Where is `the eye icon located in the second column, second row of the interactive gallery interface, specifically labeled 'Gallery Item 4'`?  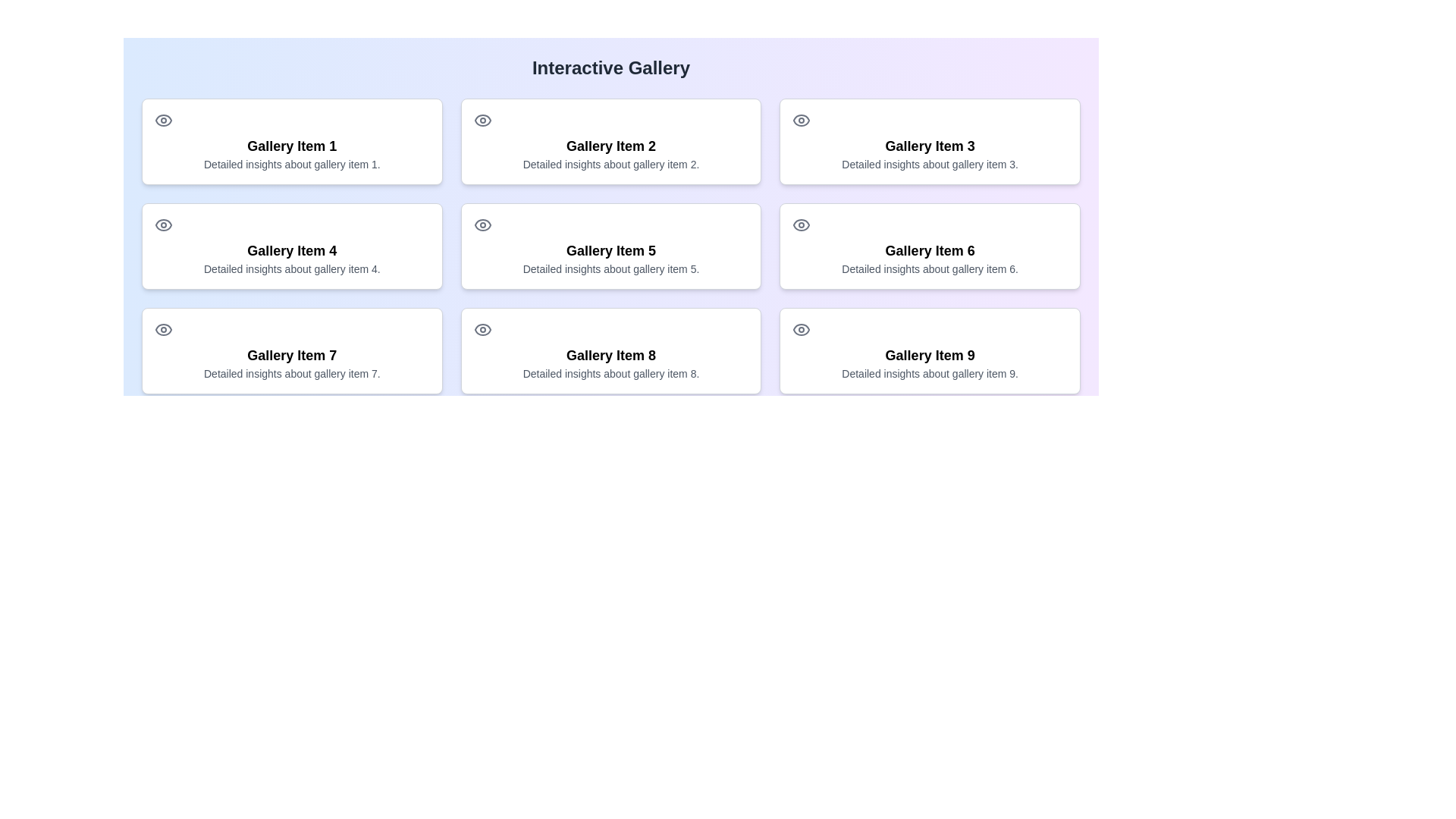
the eye icon located in the second column, second row of the interactive gallery interface, specifically labeled 'Gallery Item 4' is located at coordinates (164, 225).